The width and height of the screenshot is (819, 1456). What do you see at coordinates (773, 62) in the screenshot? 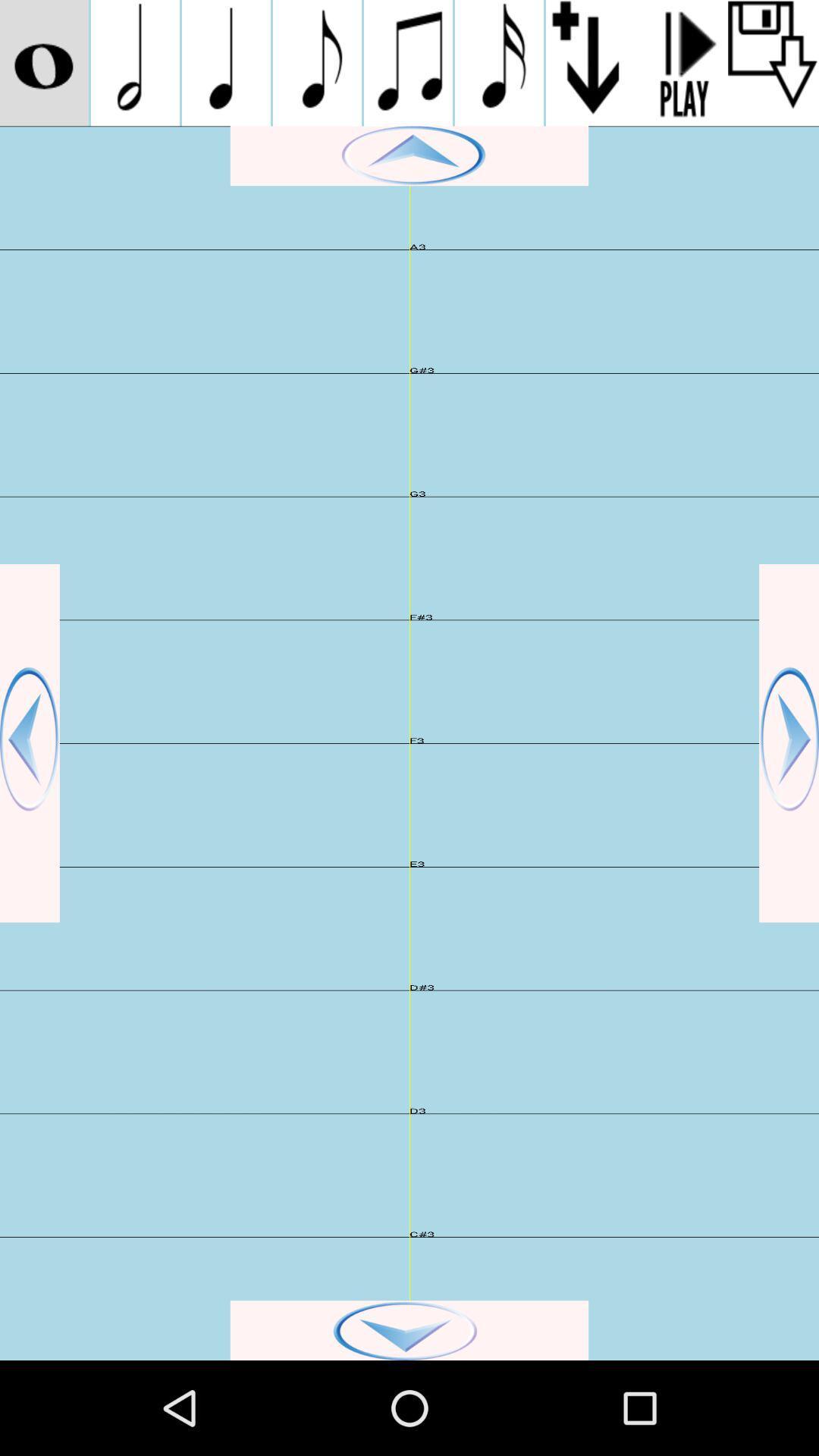
I see `audio` at bounding box center [773, 62].